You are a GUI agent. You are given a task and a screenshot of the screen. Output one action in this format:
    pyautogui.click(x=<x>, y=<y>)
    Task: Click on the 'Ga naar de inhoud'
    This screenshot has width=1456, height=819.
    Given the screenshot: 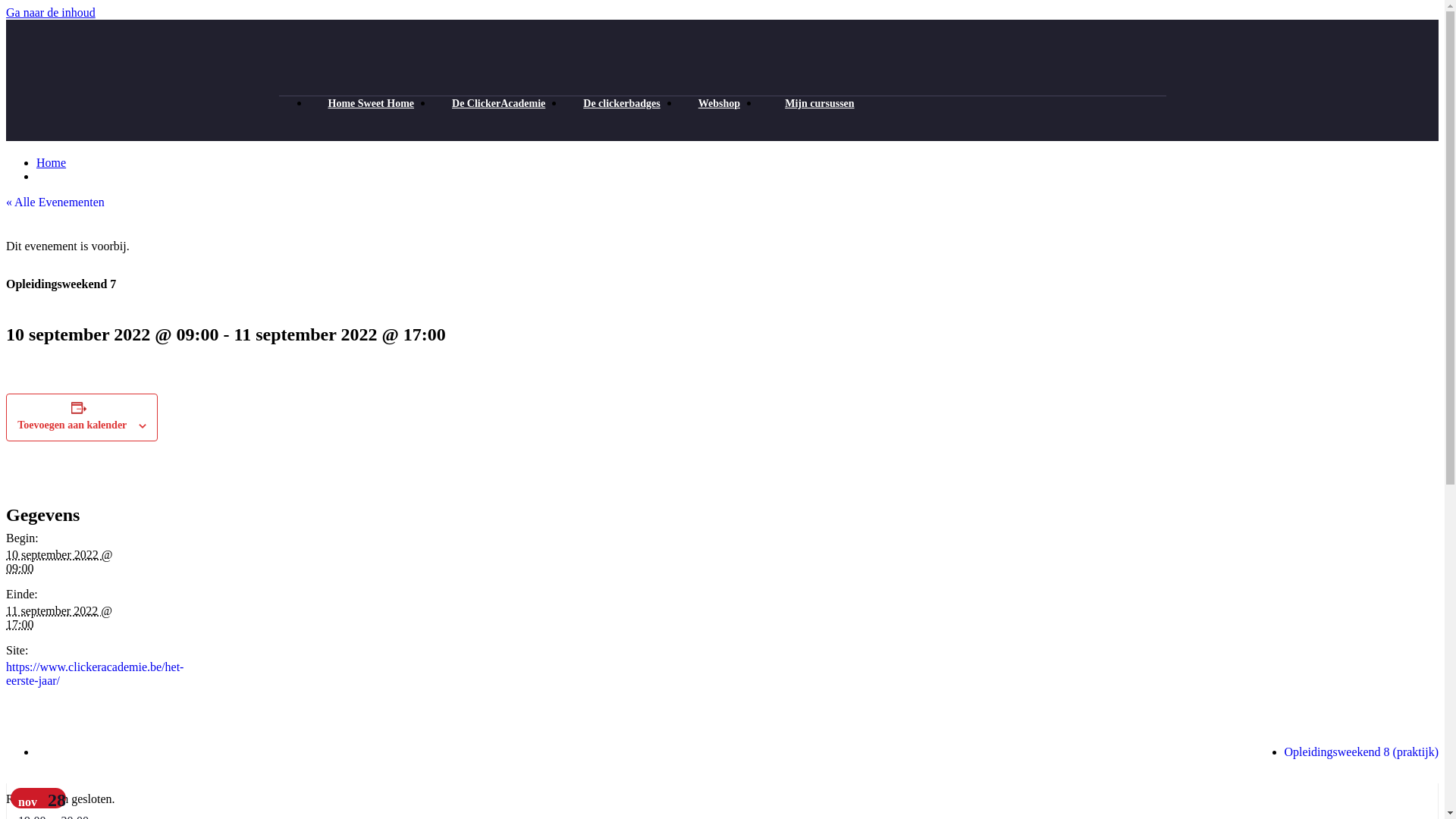 What is the action you would take?
    pyautogui.click(x=51, y=12)
    